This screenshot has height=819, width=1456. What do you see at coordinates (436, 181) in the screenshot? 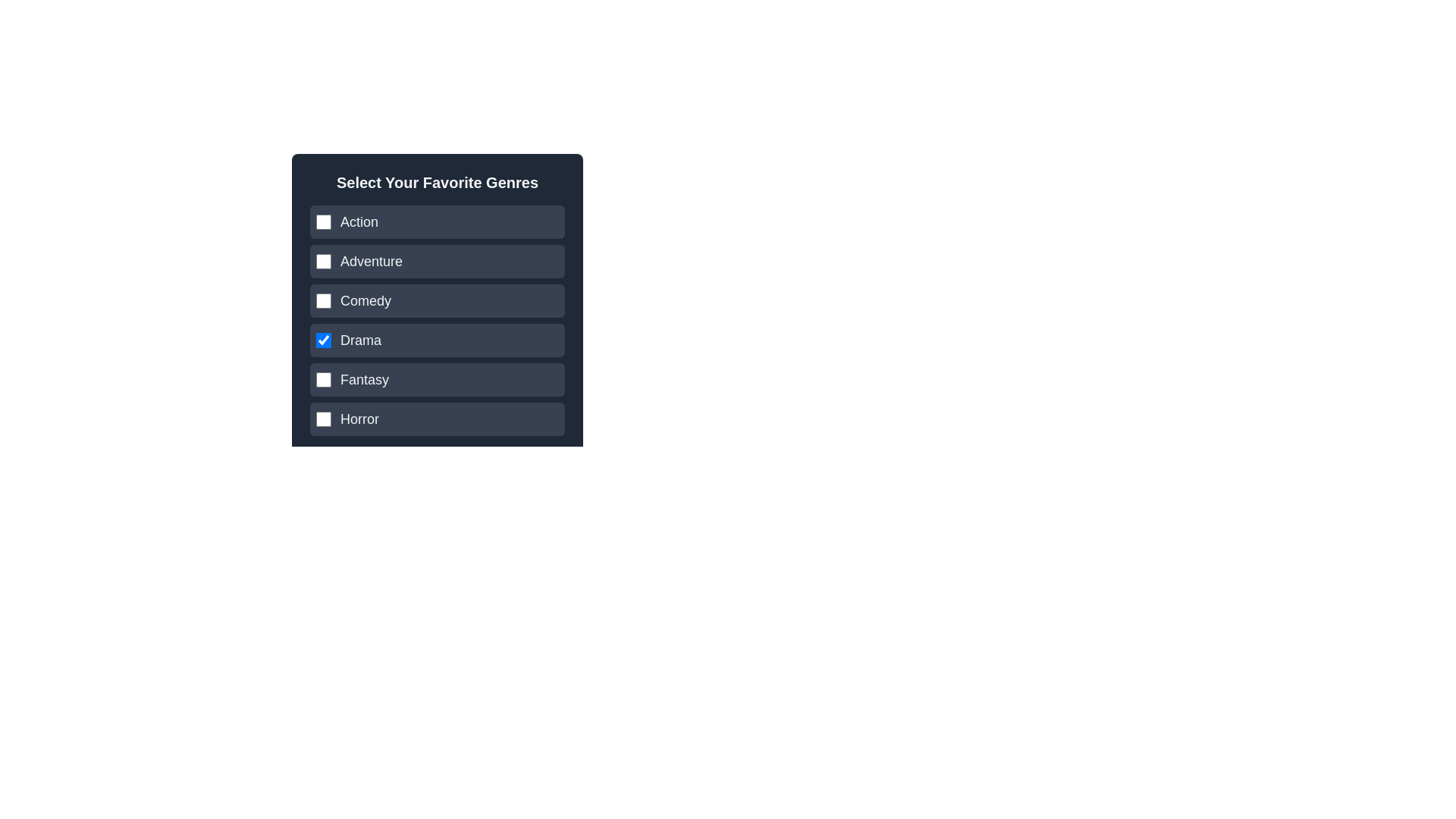
I see `the prominent text label that reads 'Select Your Favorite Genres'` at bounding box center [436, 181].